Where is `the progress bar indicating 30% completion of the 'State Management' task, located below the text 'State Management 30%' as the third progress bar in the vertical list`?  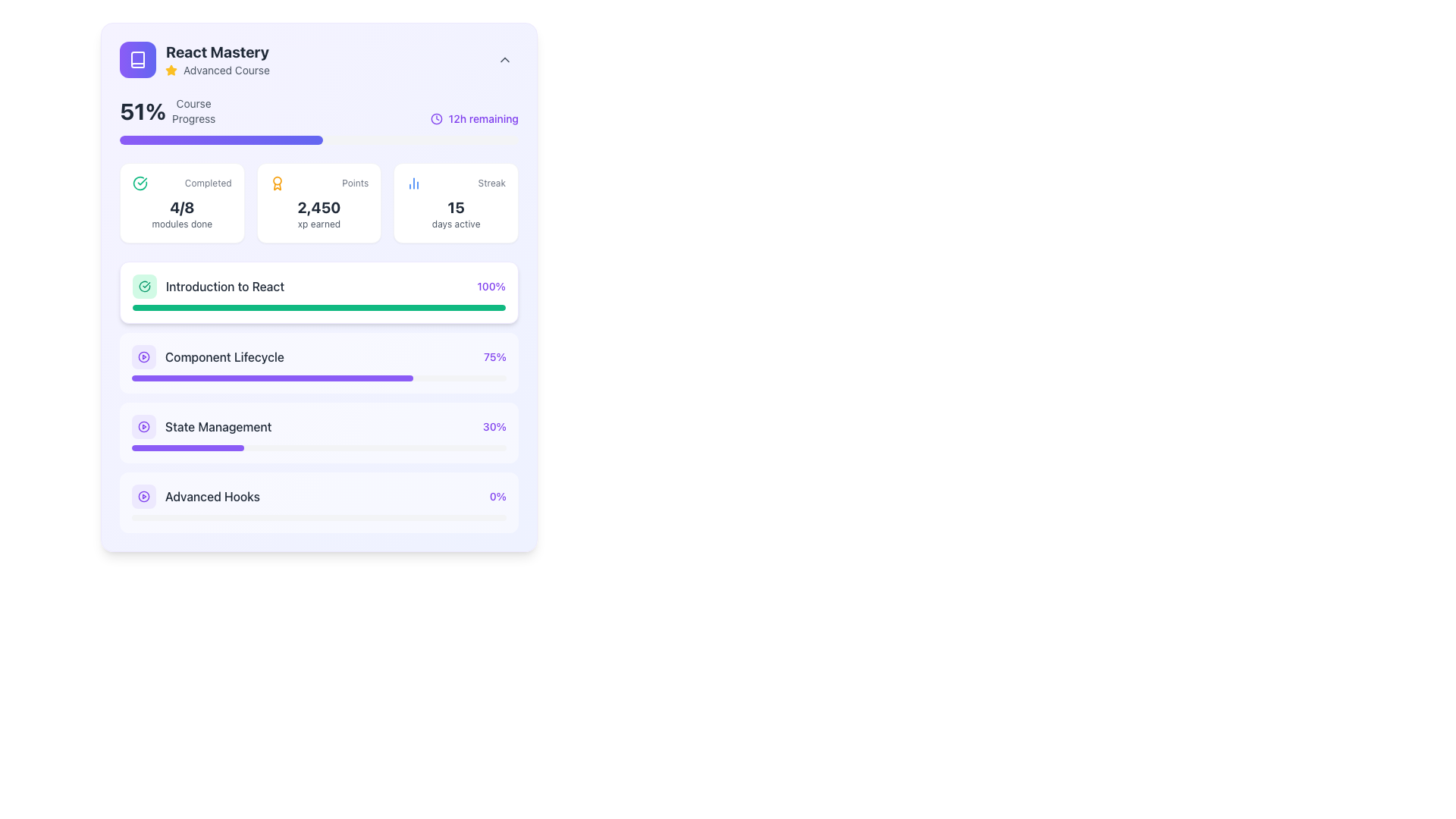 the progress bar indicating 30% completion of the 'State Management' task, located below the text 'State Management 30%' as the third progress bar in the vertical list is located at coordinates (318, 447).